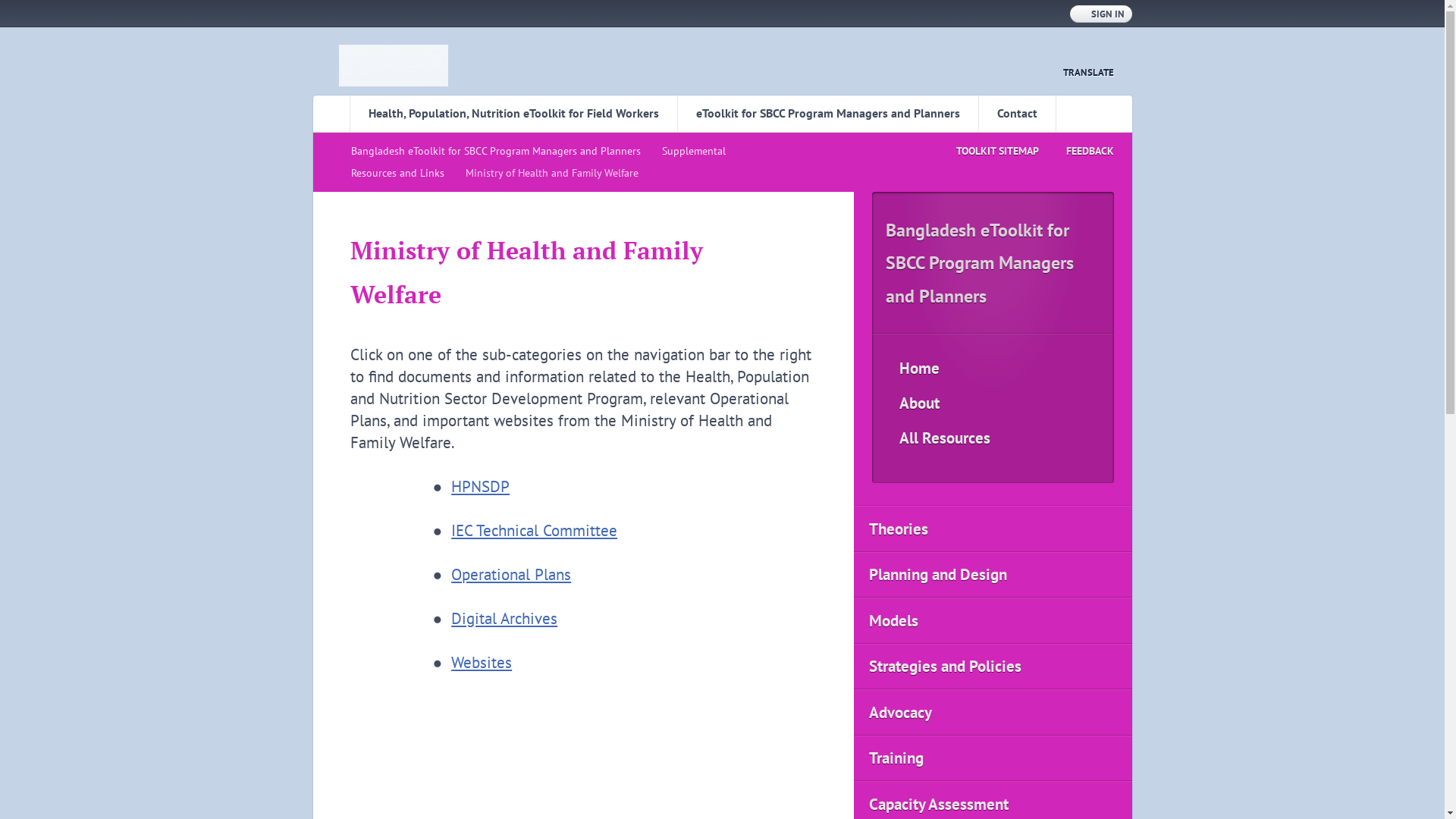 This screenshot has width=1456, height=819. I want to click on 'FEEDBACK', so click(1075, 151).